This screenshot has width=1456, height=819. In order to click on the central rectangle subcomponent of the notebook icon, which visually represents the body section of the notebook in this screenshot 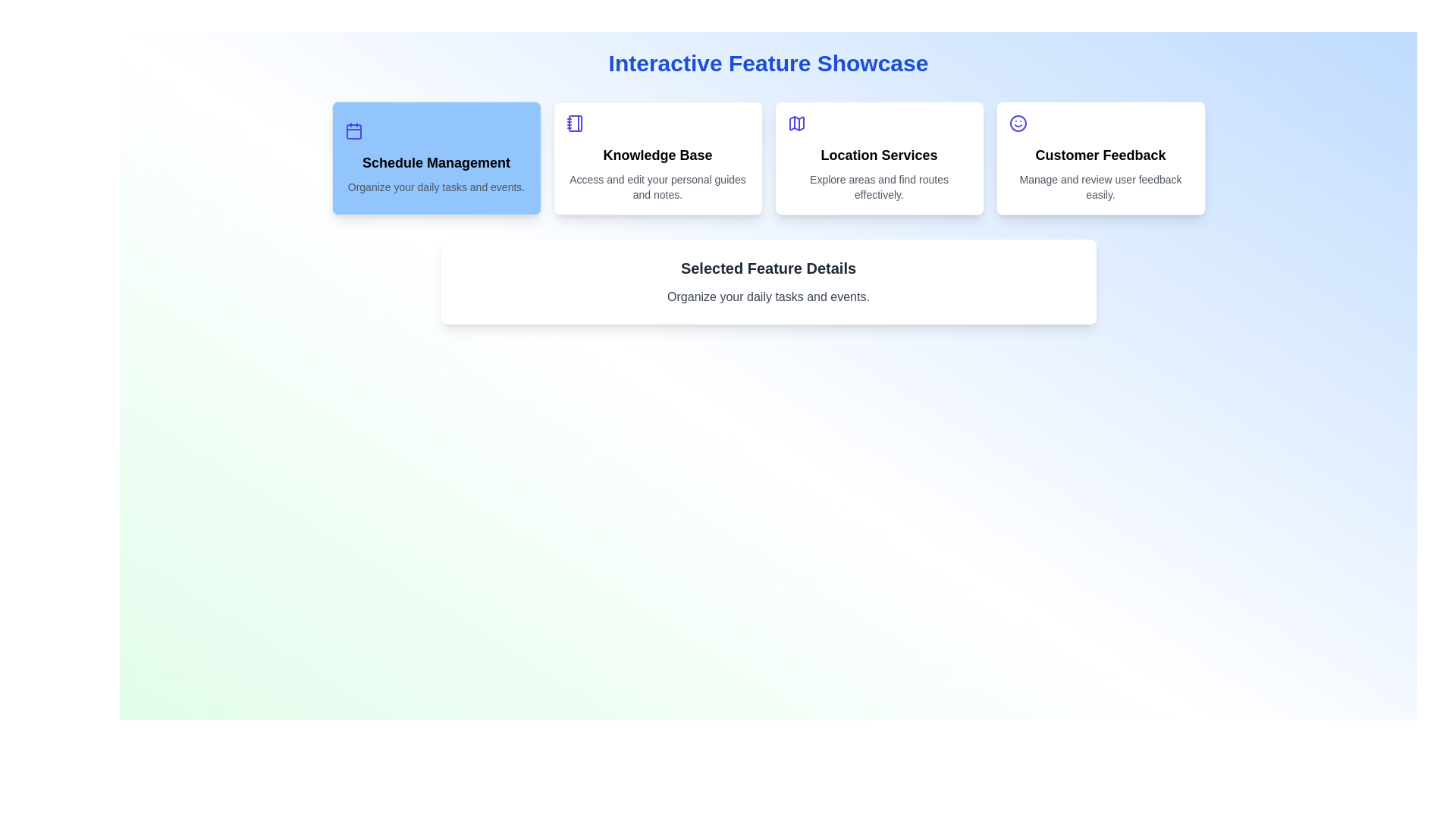, I will do `click(574, 122)`.